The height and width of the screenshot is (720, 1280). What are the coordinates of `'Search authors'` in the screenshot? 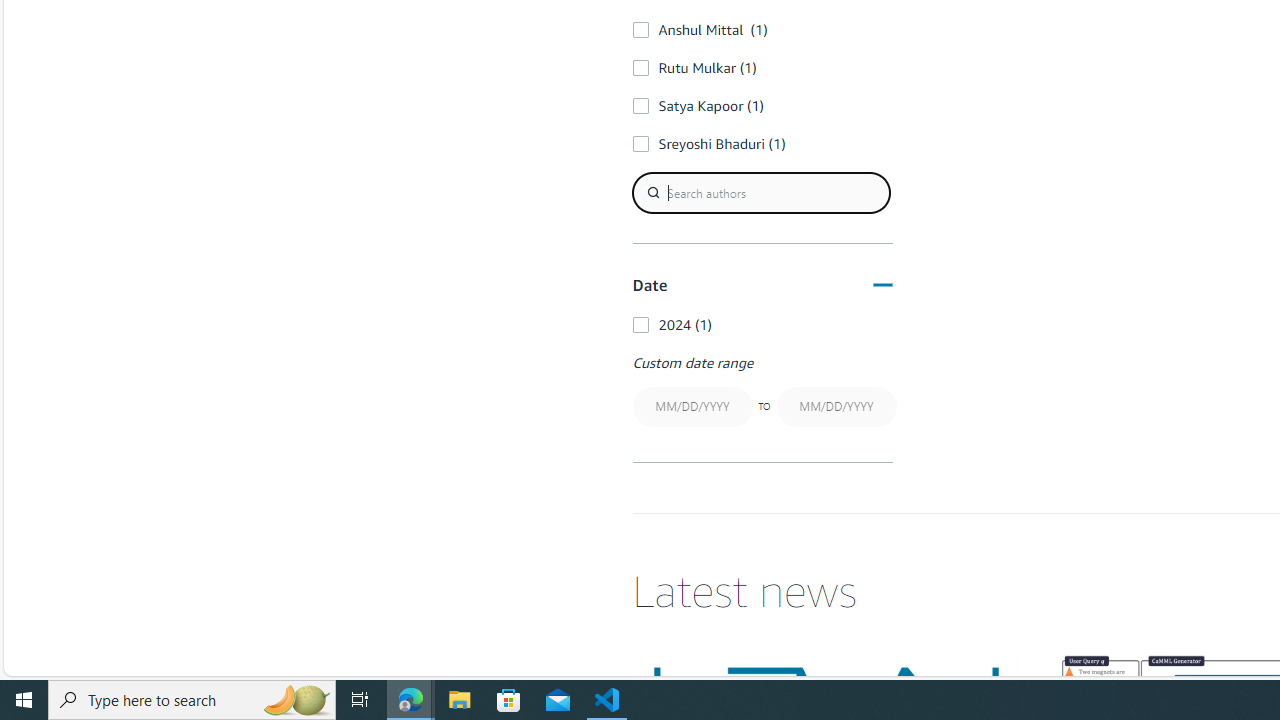 It's located at (759, 192).